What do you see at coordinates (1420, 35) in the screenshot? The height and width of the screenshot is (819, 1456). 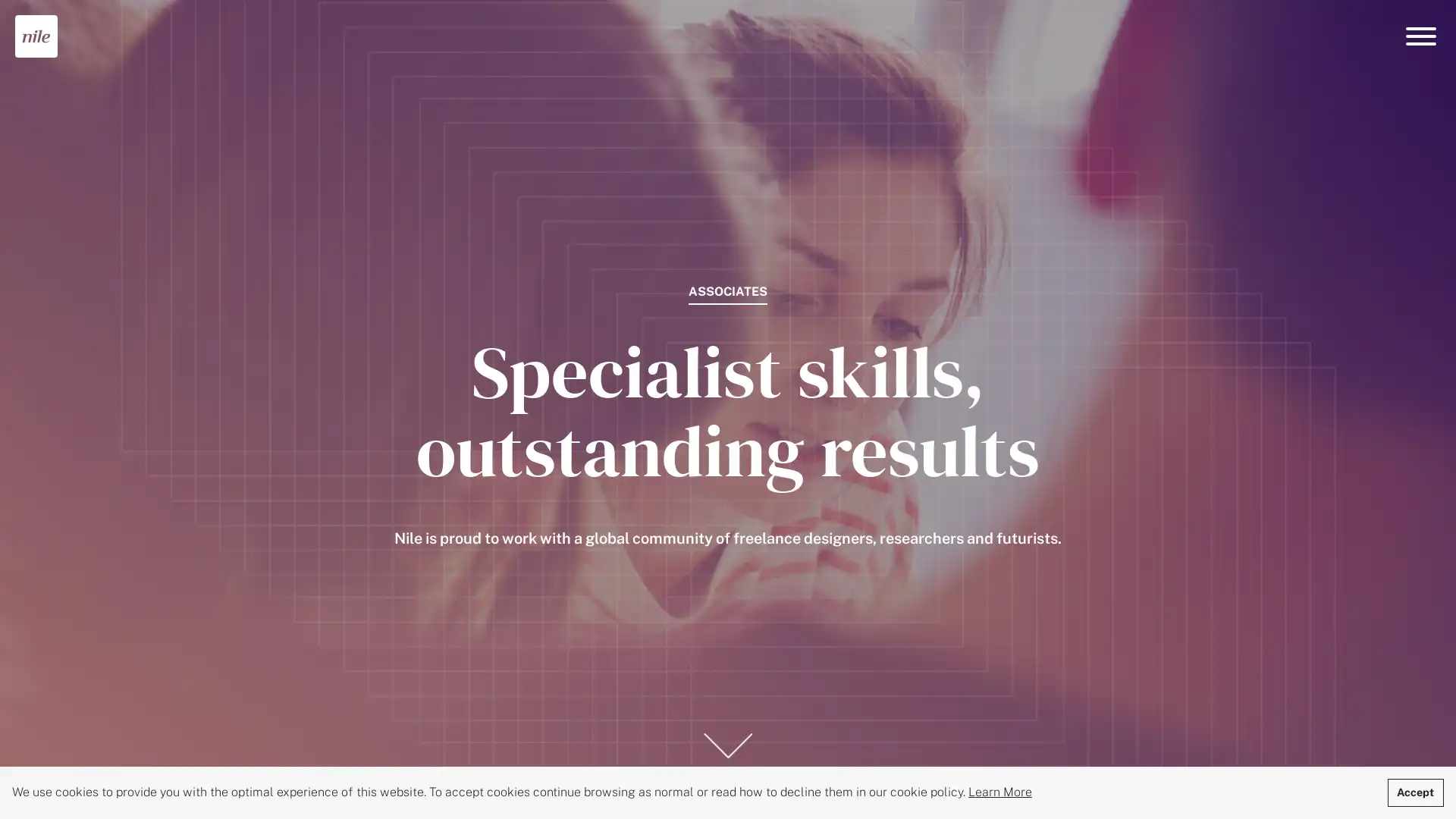 I see `Menu` at bounding box center [1420, 35].